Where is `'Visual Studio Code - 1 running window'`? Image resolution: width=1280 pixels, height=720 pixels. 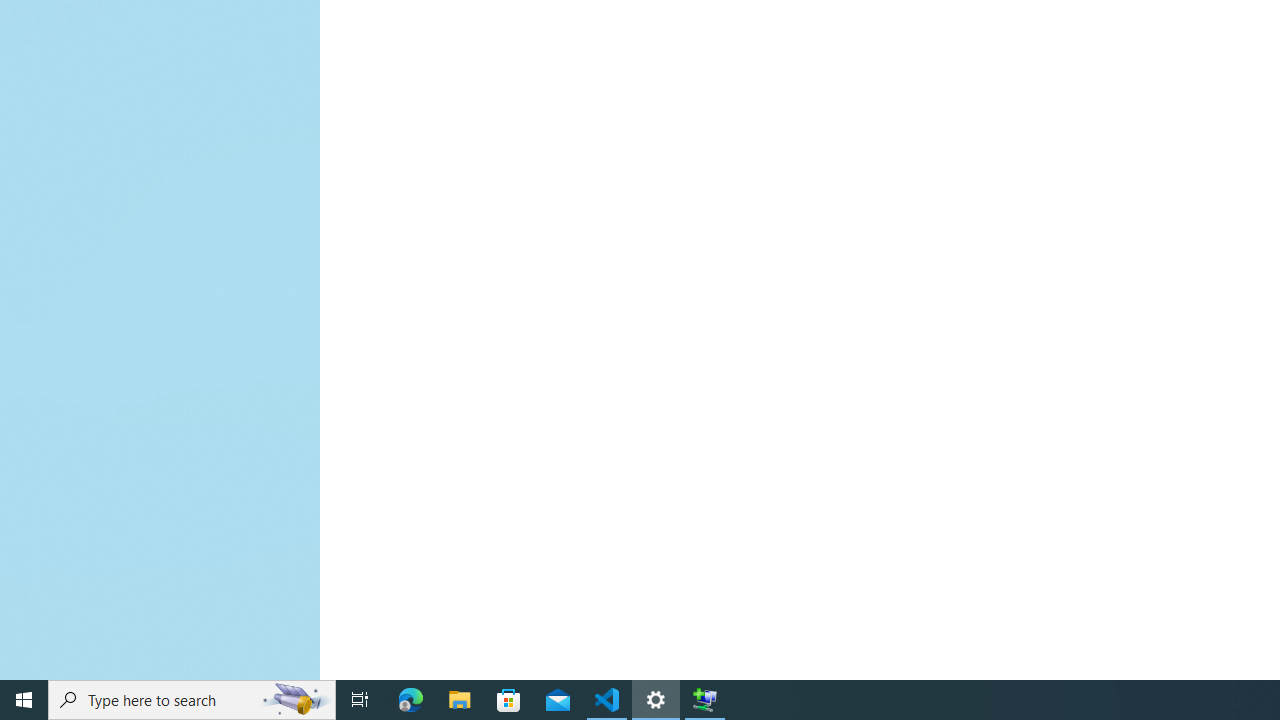
'Visual Studio Code - 1 running window' is located at coordinates (606, 698).